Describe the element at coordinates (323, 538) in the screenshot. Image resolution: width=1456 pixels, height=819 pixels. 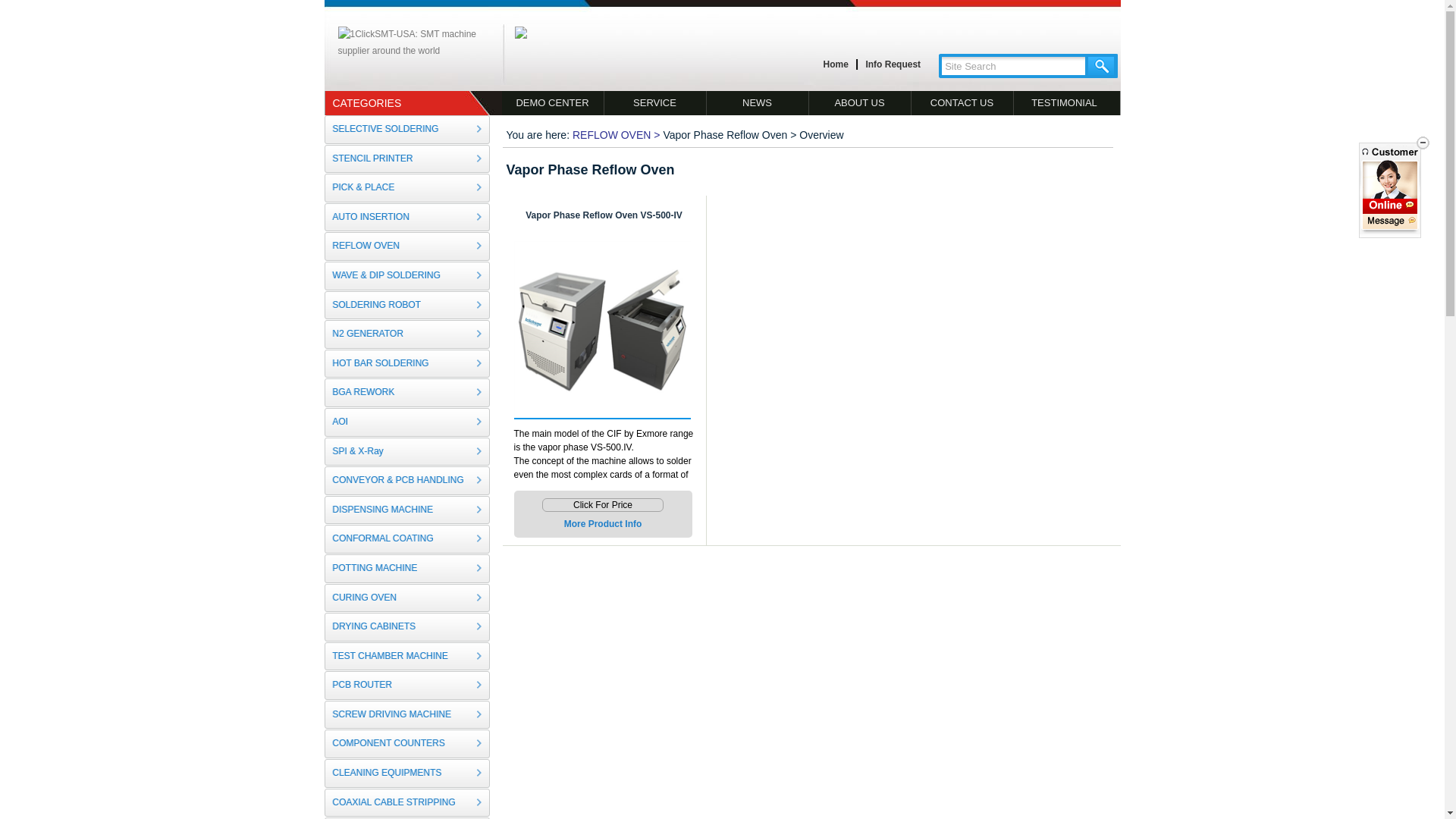
I see `'CONFORMAL COATING'` at that location.